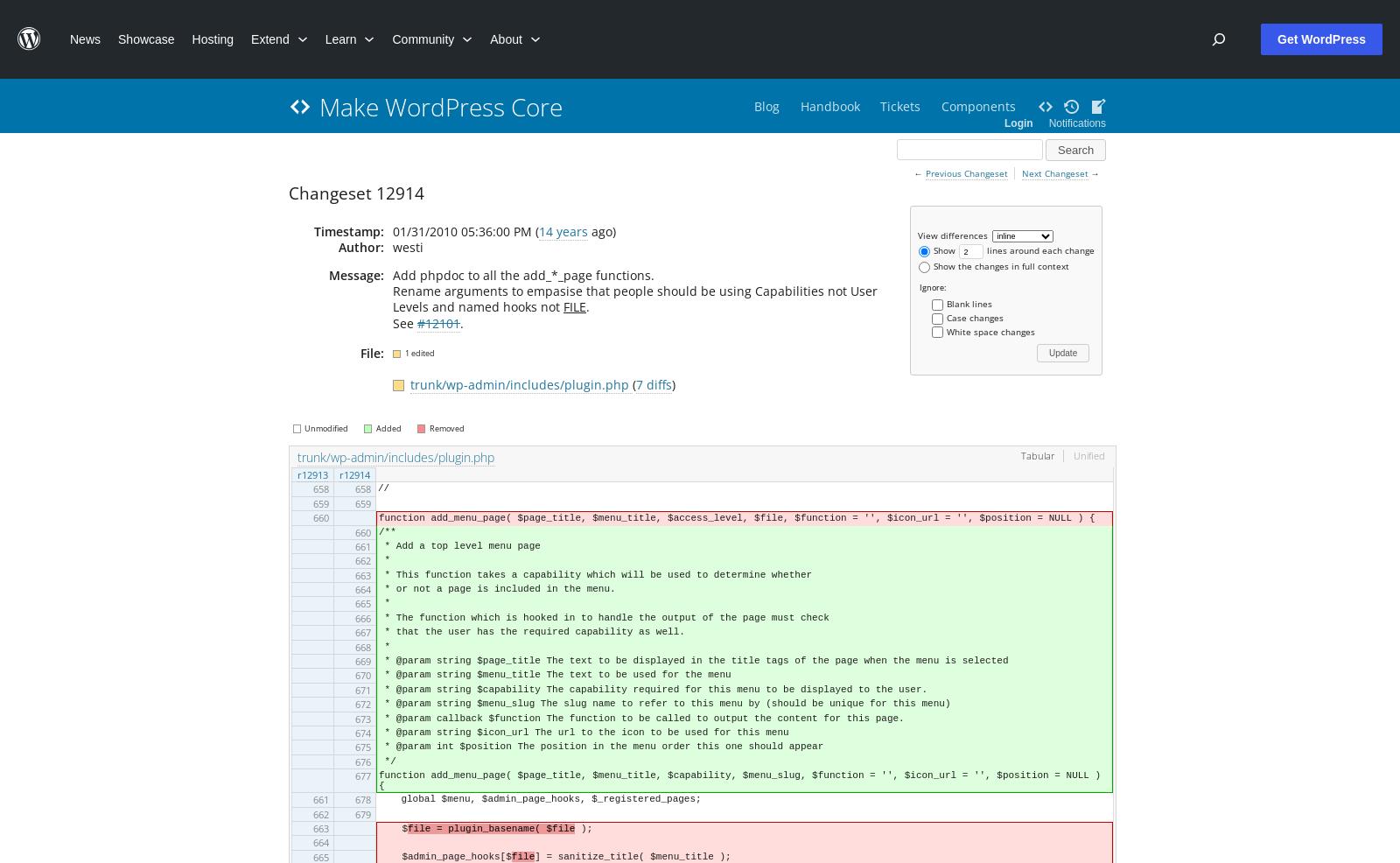  I want to click on '671', so click(361, 689).